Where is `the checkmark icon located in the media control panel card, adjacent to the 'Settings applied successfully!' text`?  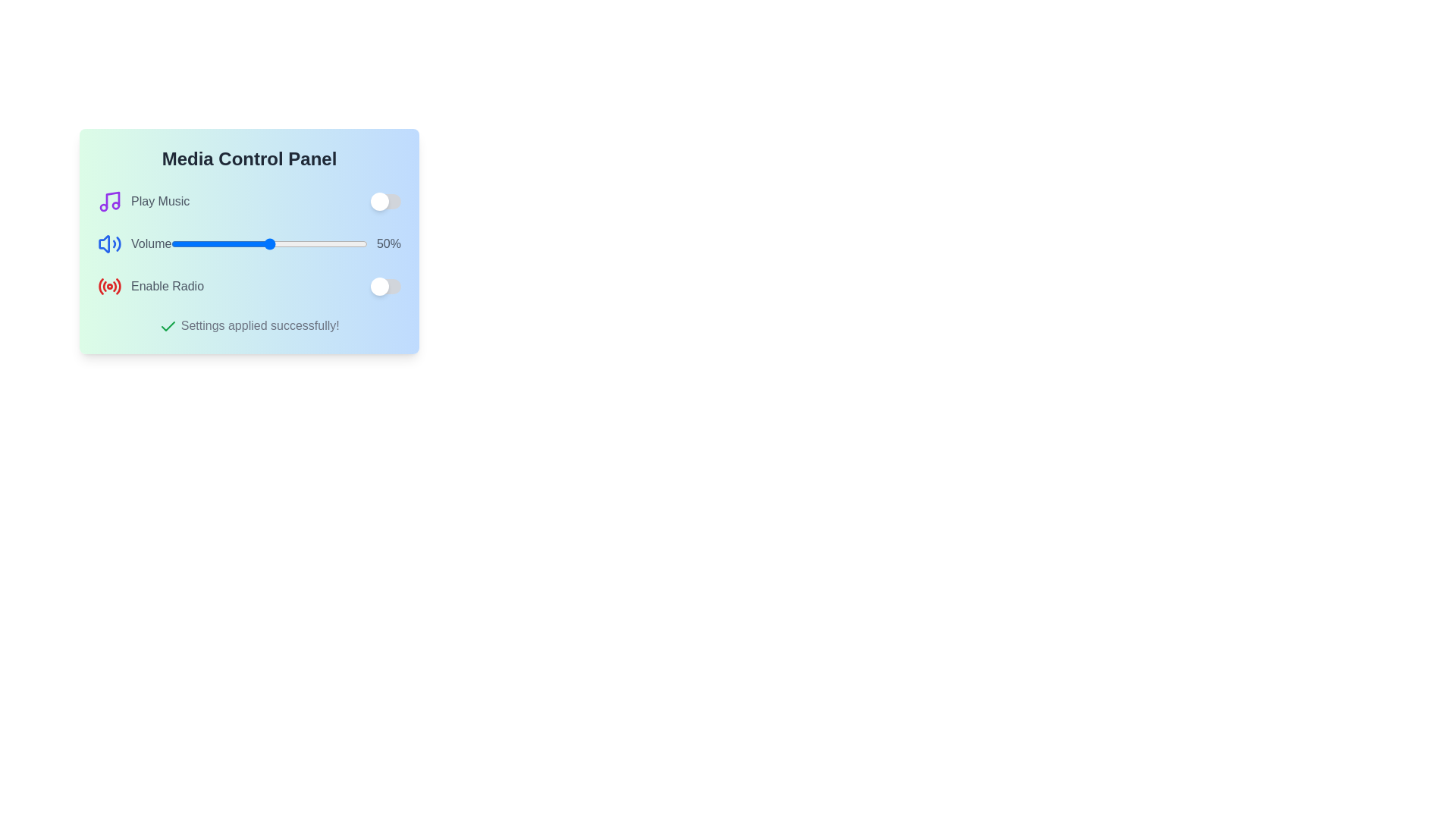 the checkmark icon located in the media control panel card, adjacent to the 'Settings applied successfully!' text is located at coordinates (168, 325).